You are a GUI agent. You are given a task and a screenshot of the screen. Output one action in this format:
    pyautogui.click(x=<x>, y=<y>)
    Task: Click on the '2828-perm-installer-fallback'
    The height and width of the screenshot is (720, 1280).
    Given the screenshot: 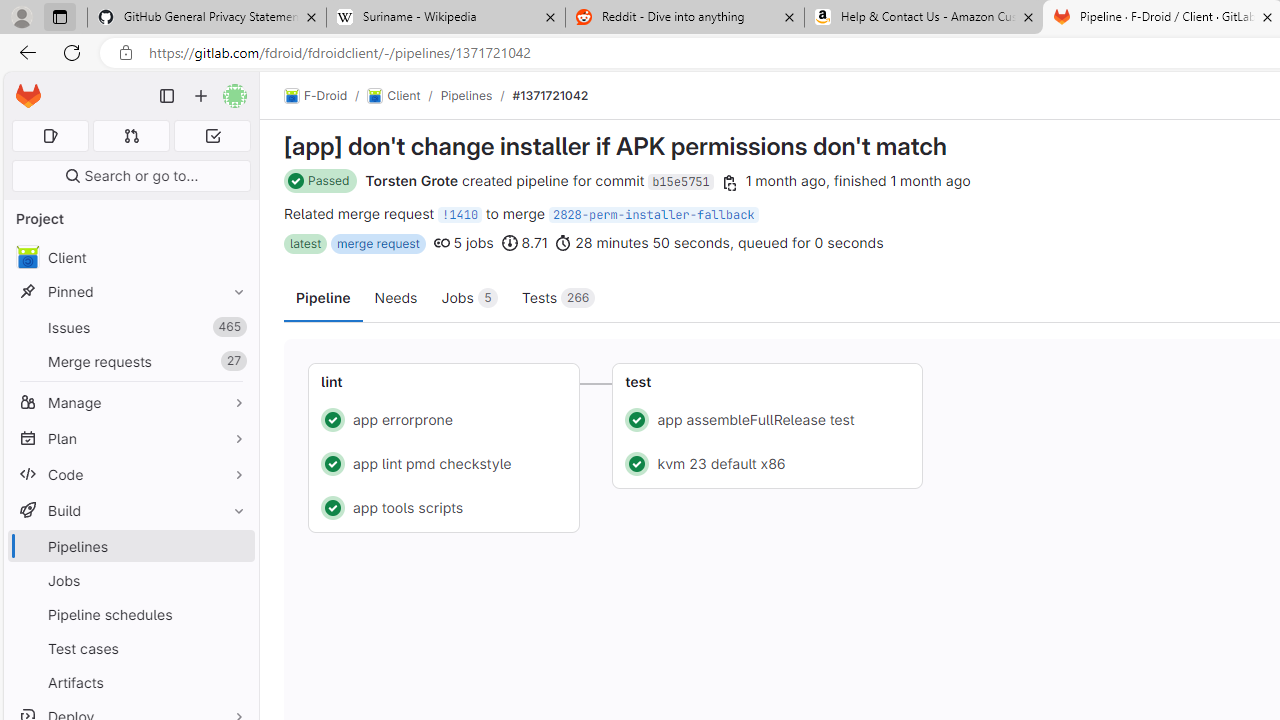 What is the action you would take?
    pyautogui.click(x=653, y=214)
    